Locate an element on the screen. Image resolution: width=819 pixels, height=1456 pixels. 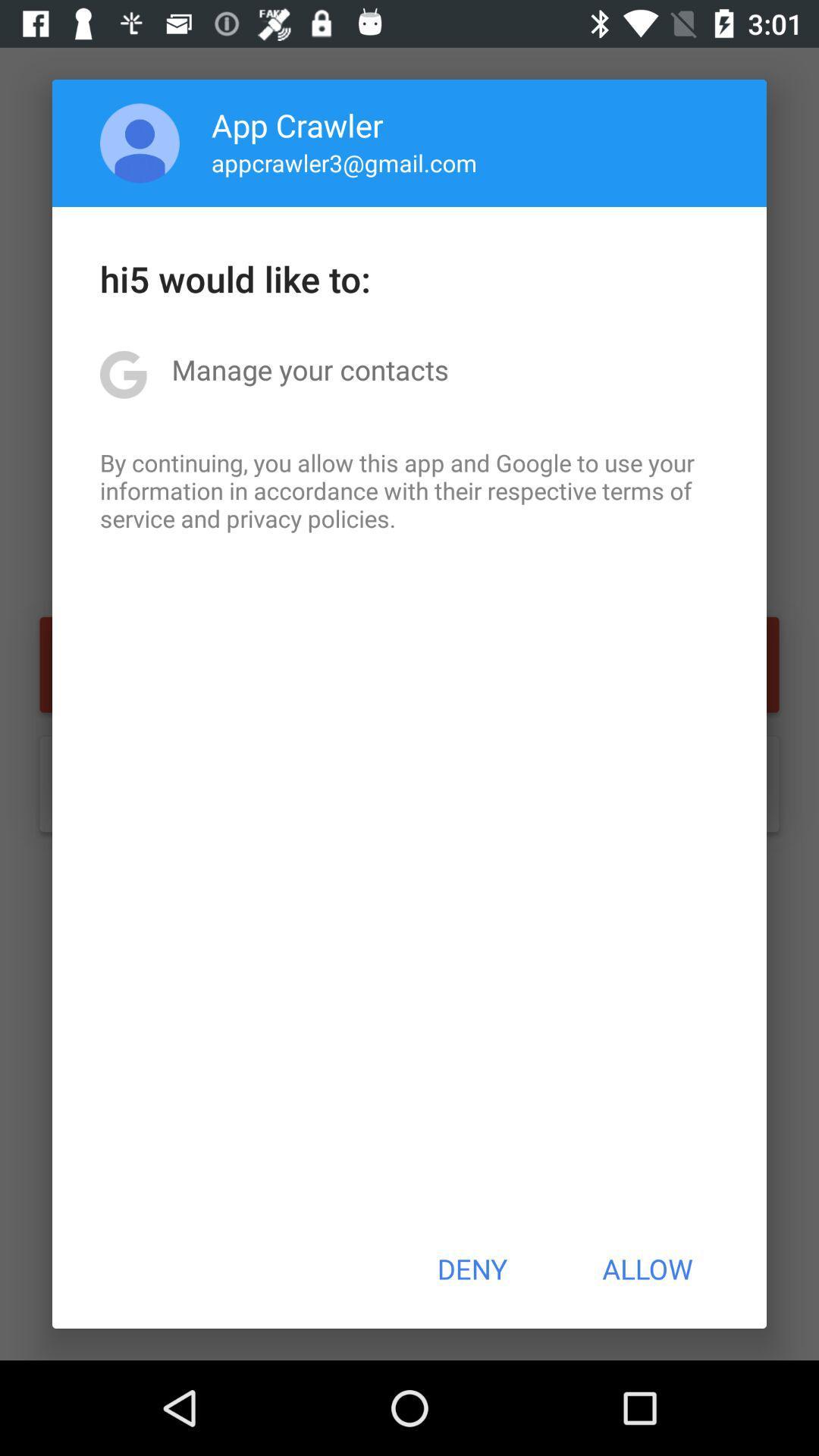
the item next to allow item is located at coordinates (471, 1269).